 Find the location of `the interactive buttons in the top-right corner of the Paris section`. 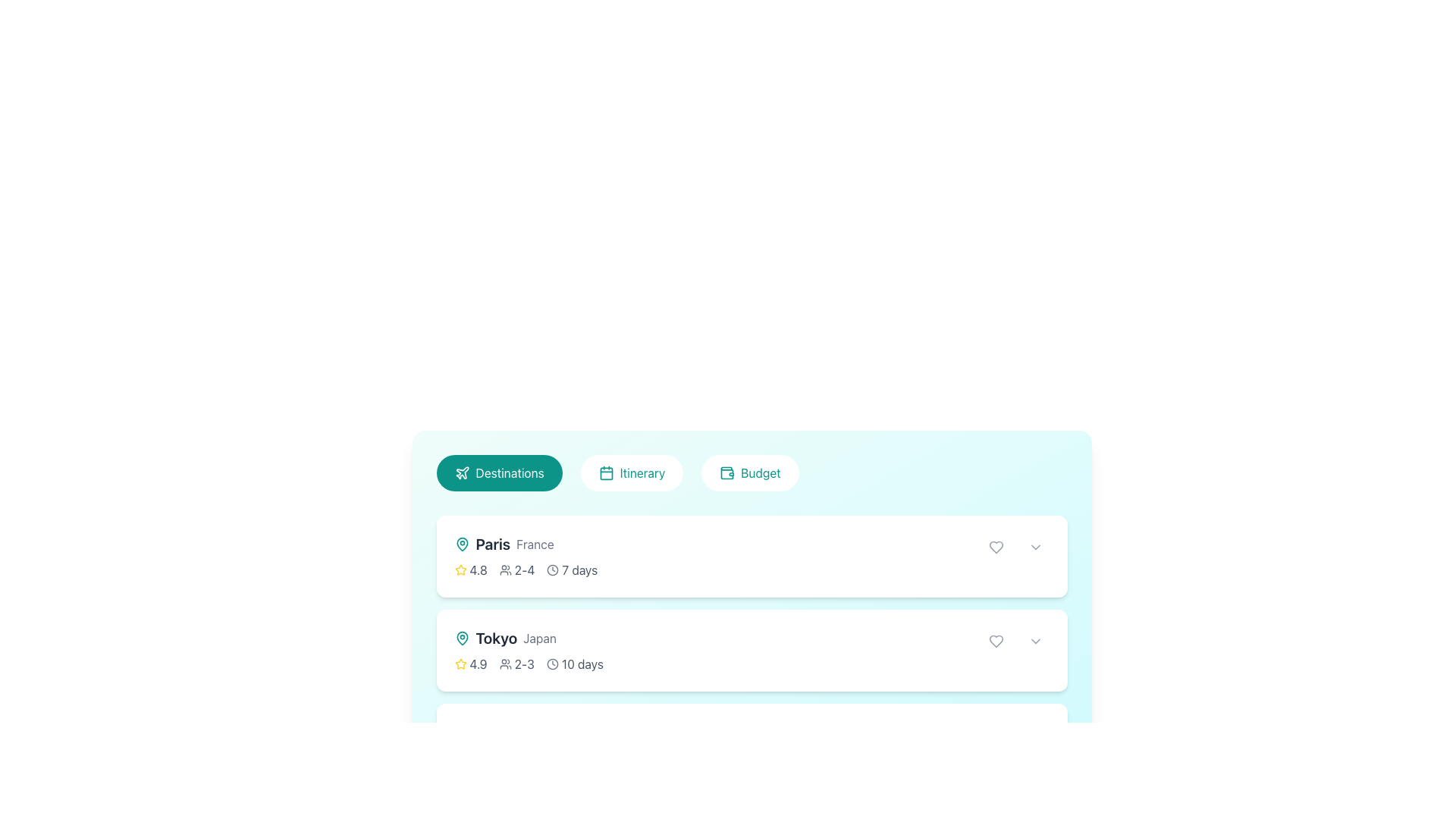

the interactive buttons in the top-right corner of the Paris section is located at coordinates (1015, 547).